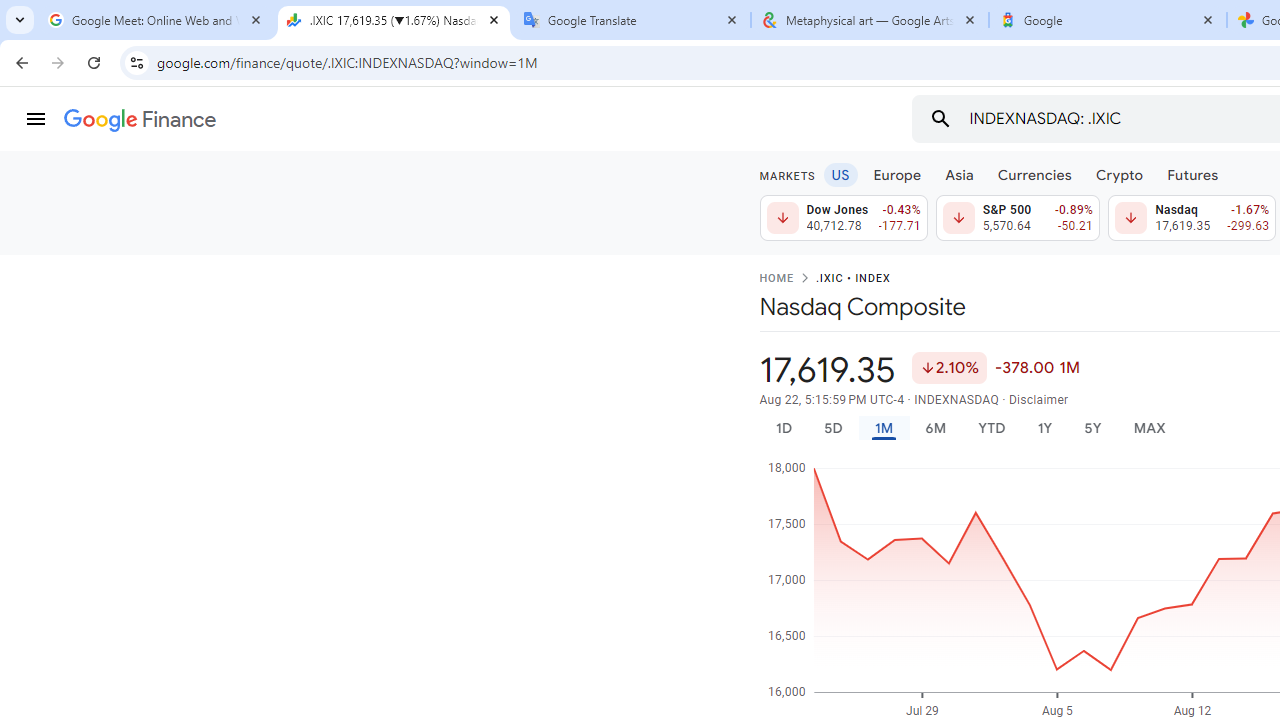 The height and width of the screenshot is (720, 1280). I want to click on 'HOME', so click(775, 279).